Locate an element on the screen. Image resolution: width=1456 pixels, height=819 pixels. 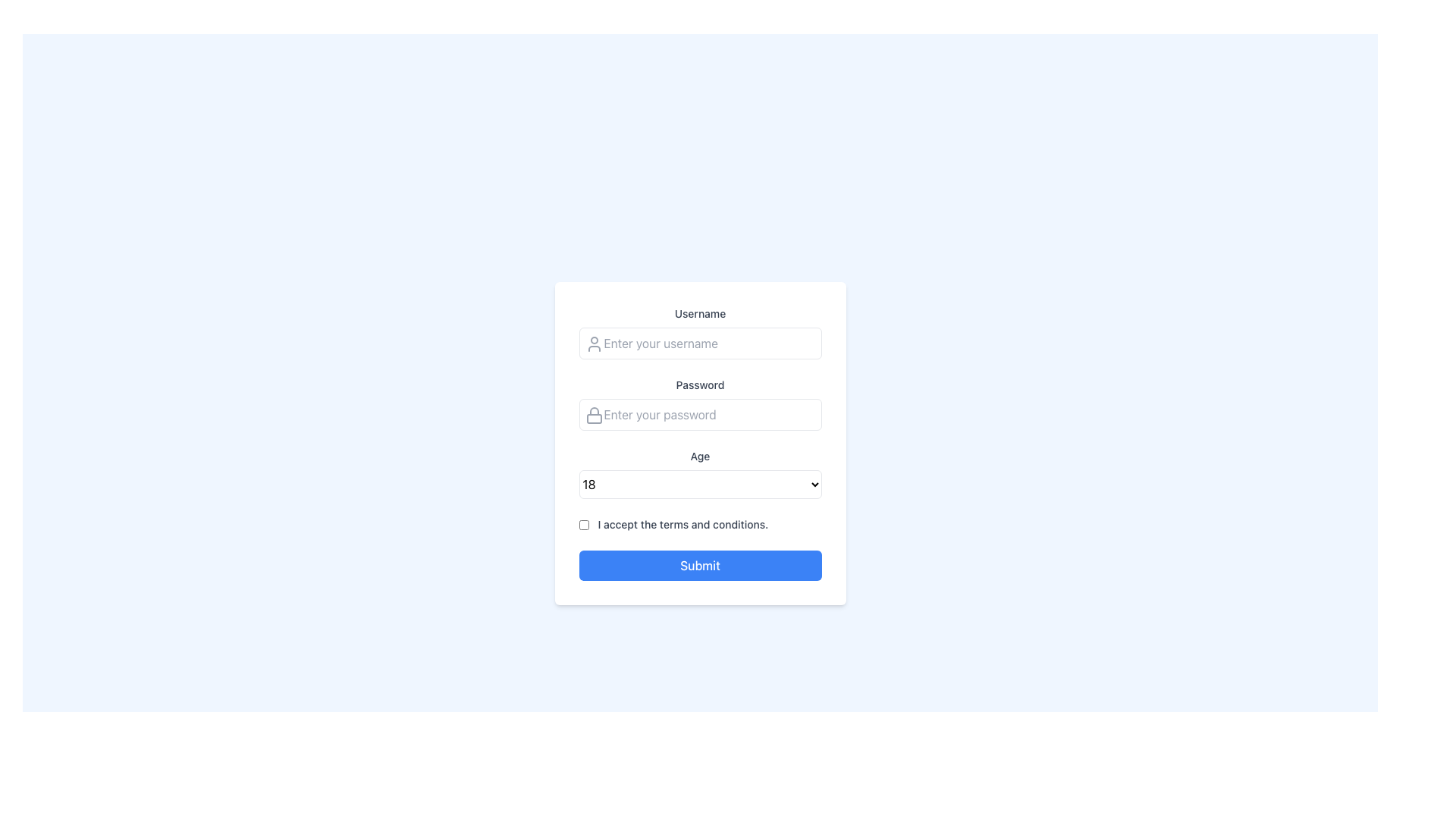
the lock icon, which is a light gray icon with a modern design located to the left of the 'Password' input field in the login form is located at coordinates (593, 415).